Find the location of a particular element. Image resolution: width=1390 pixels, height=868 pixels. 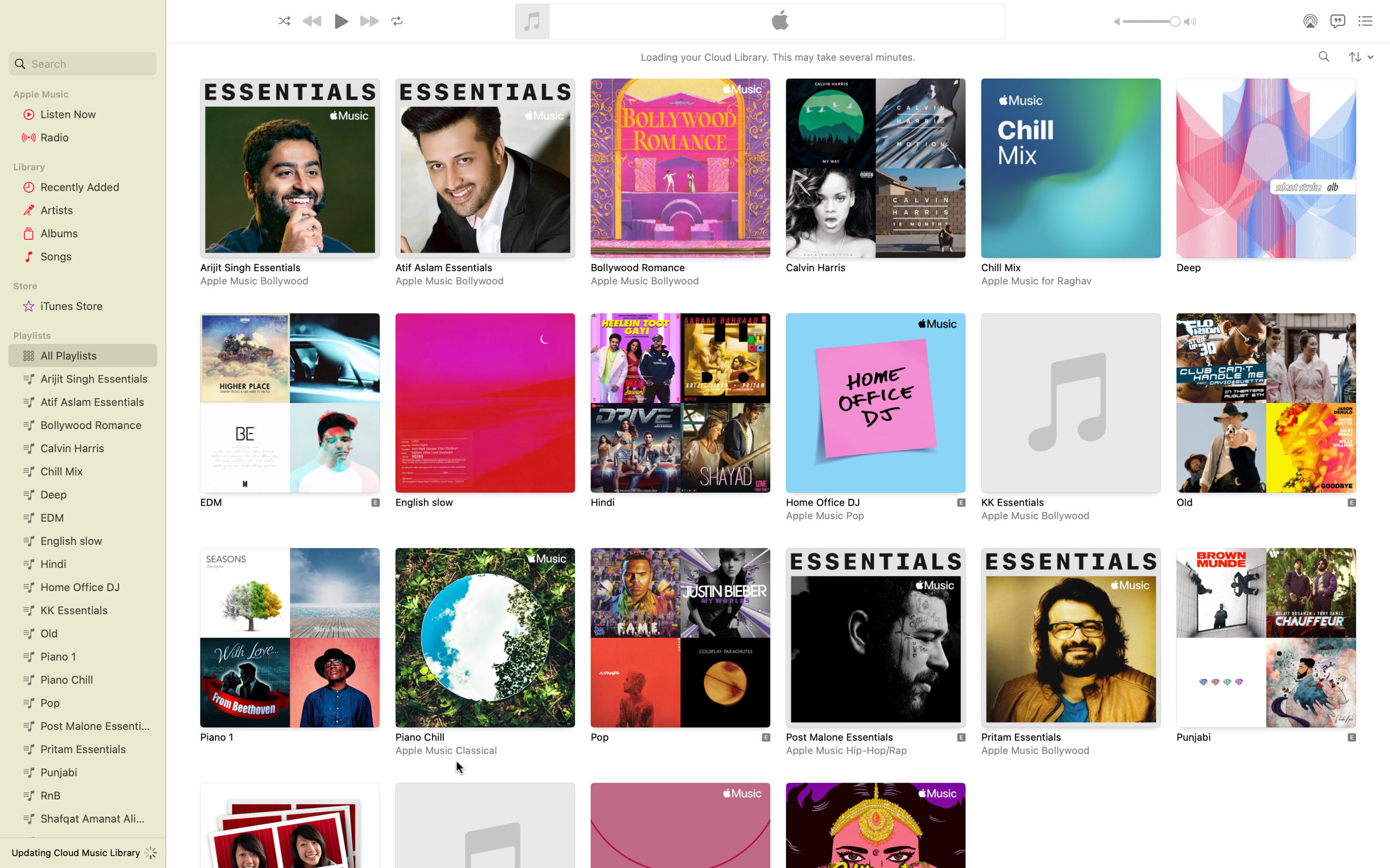

and choose the Bollywood Romance playlist is located at coordinates (678, 183).